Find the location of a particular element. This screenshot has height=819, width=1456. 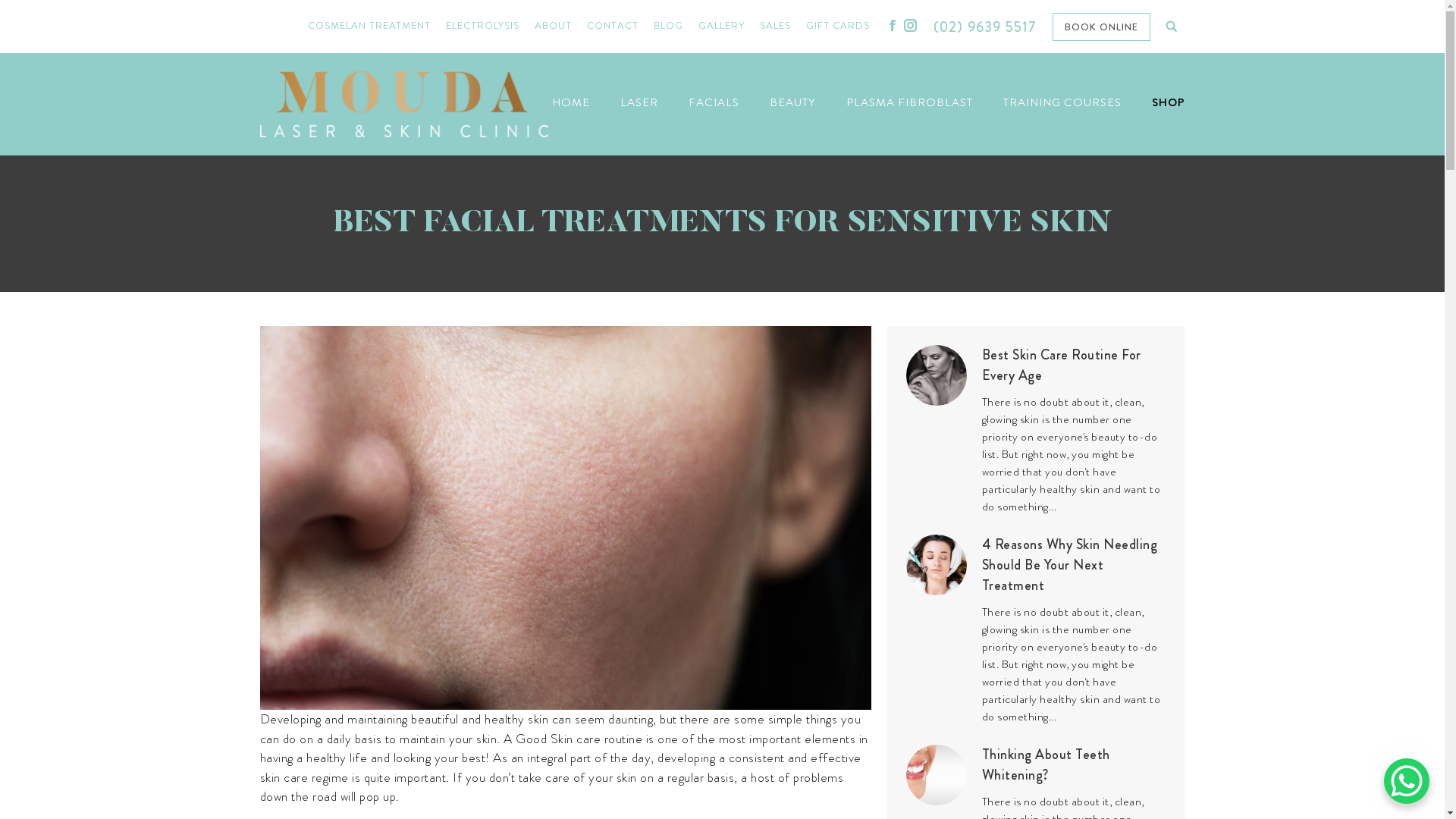

'GALLERY' is located at coordinates (720, 26).